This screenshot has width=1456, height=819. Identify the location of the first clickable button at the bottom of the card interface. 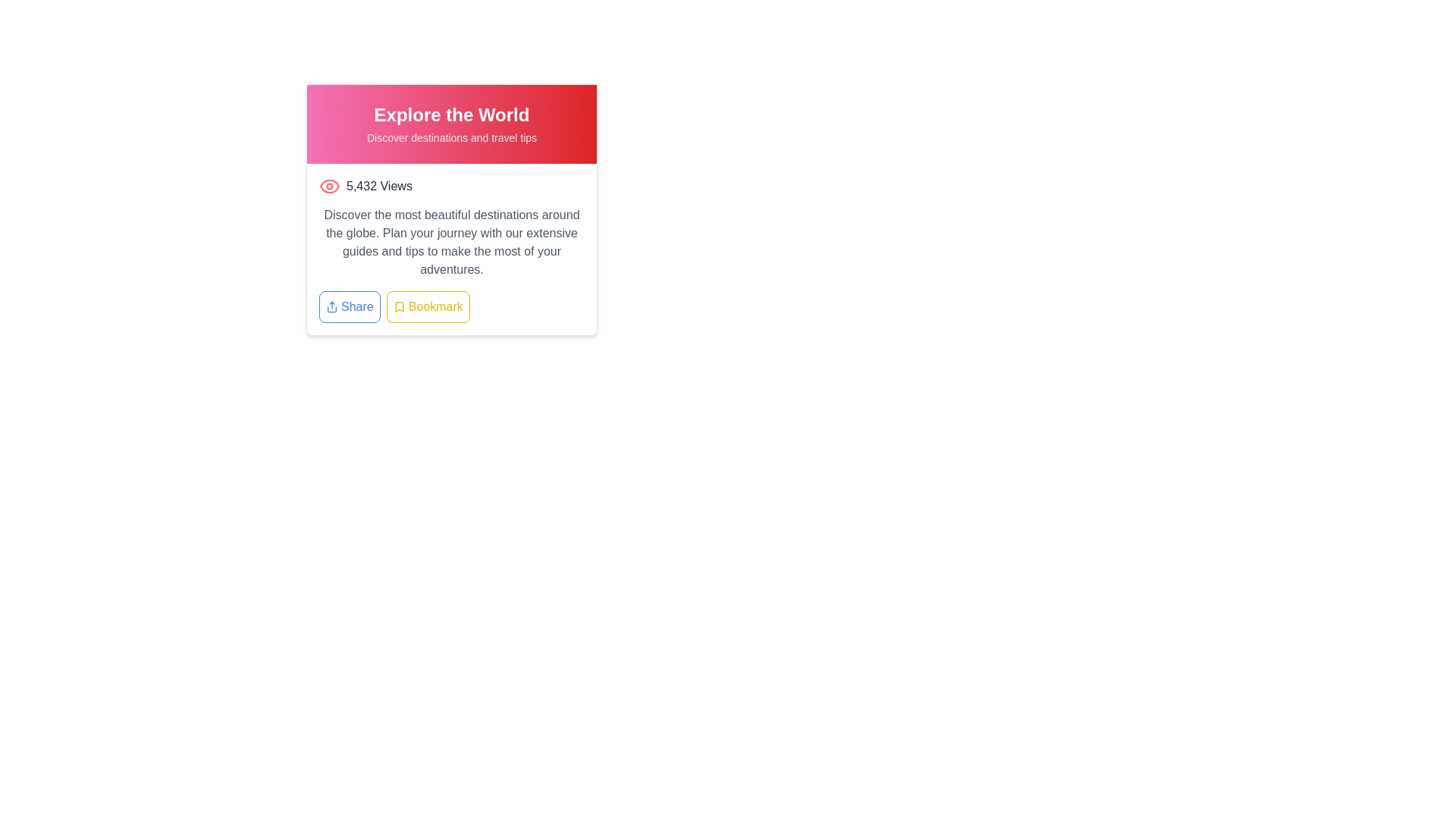
(349, 307).